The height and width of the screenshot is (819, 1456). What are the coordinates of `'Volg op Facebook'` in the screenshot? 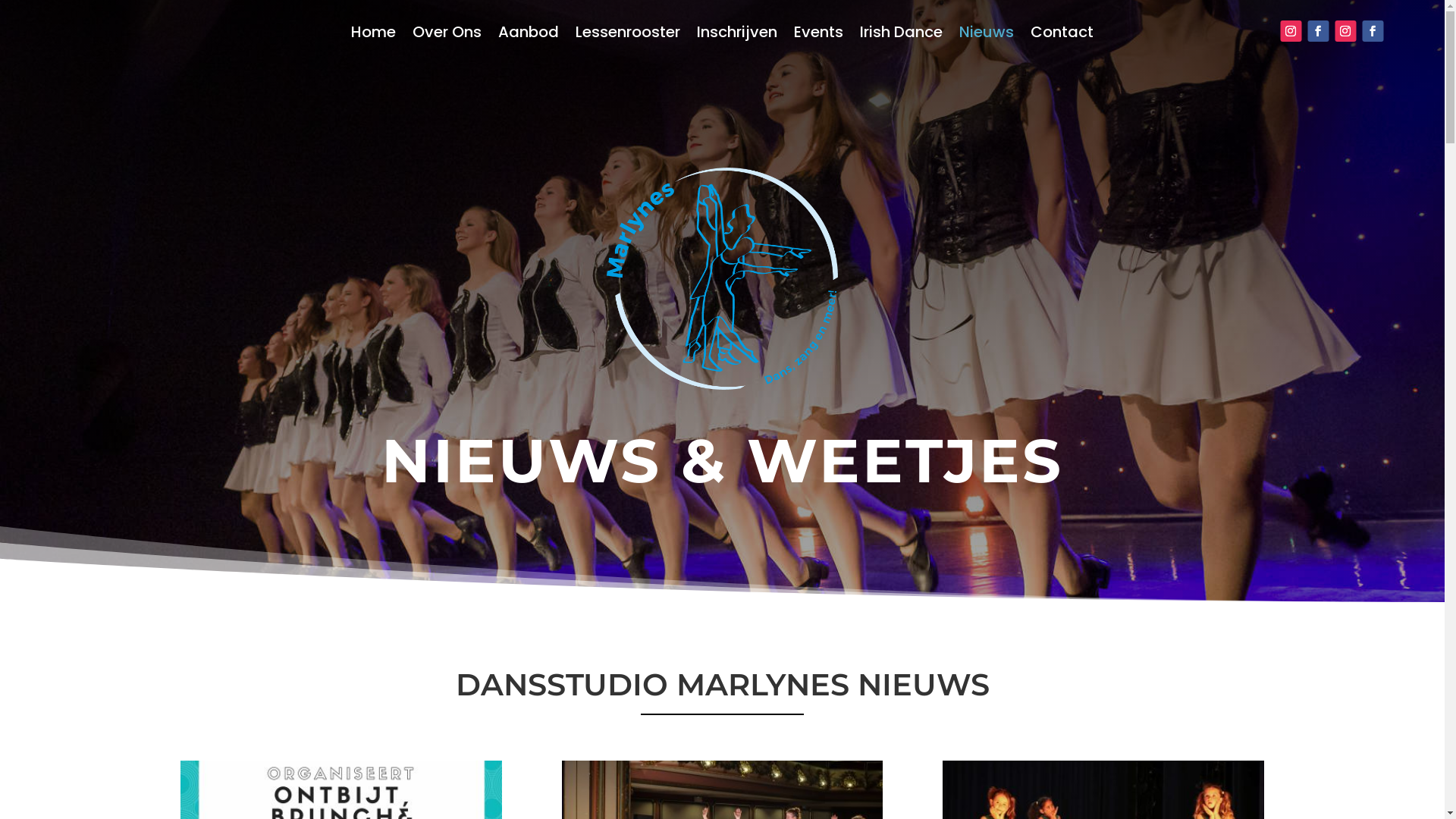 It's located at (1306, 31).